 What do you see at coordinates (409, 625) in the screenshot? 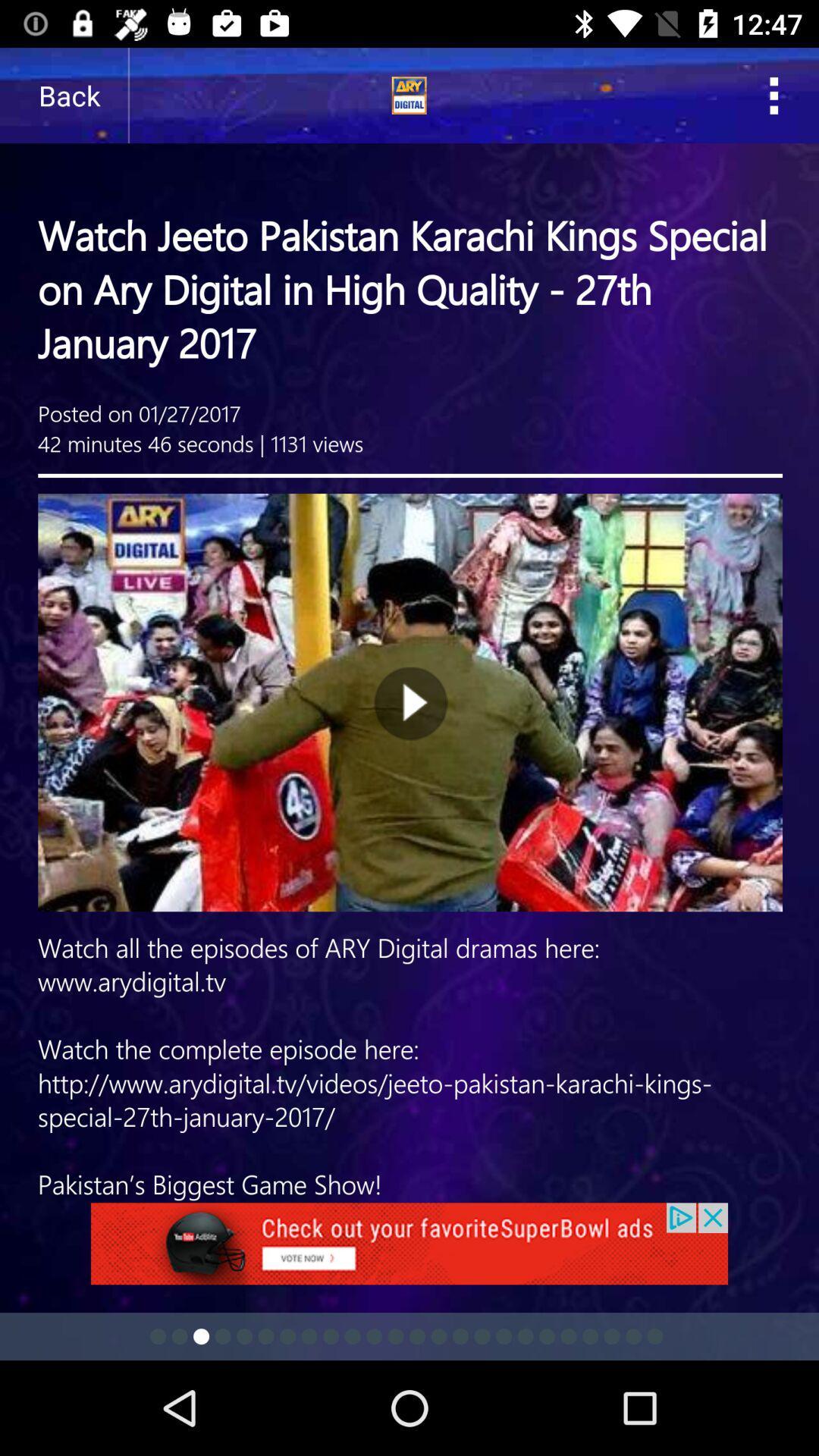
I see `the video` at bounding box center [409, 625].